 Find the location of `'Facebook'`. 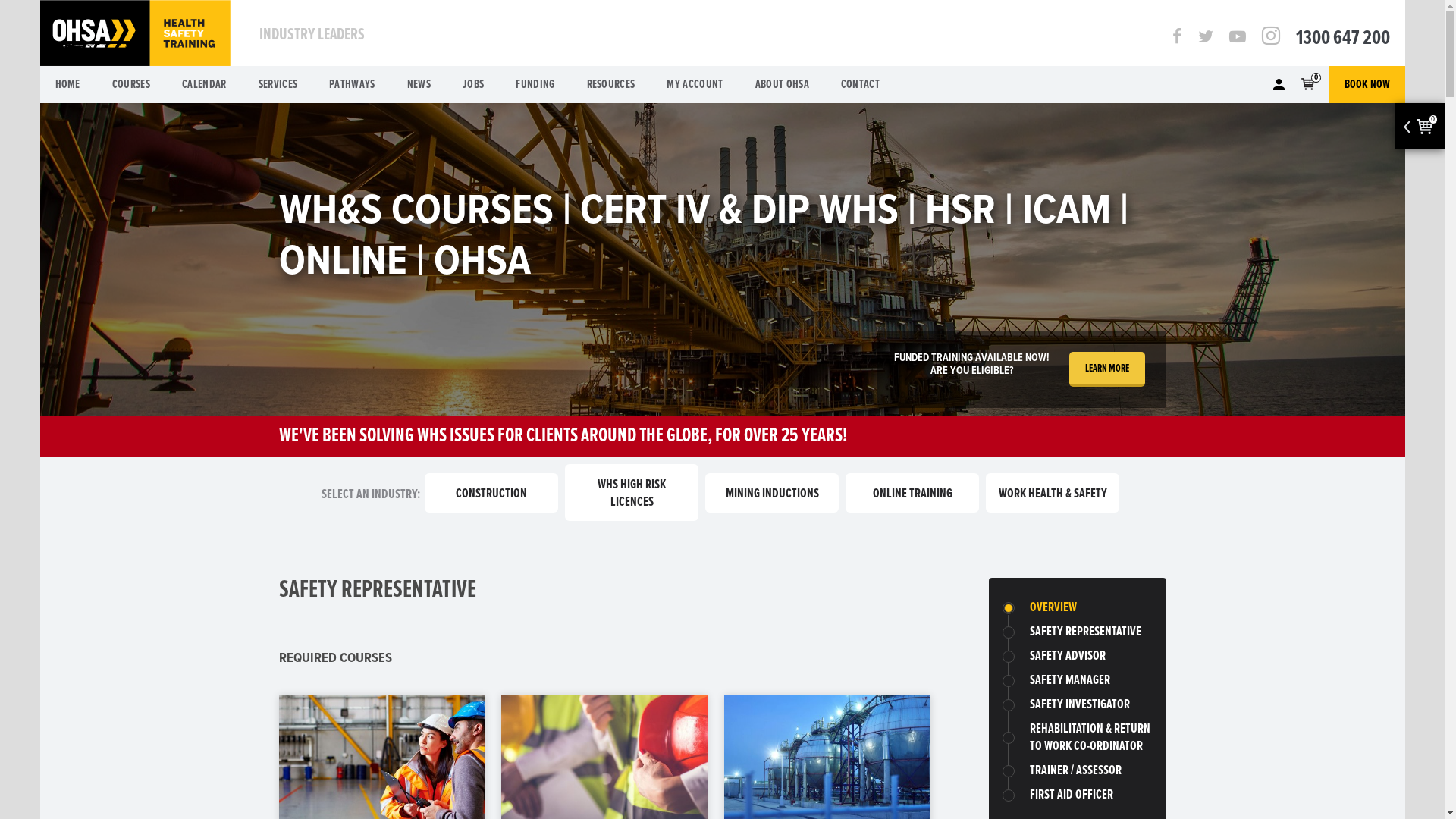

'Facebook' is located at coordinates (1176, 37).